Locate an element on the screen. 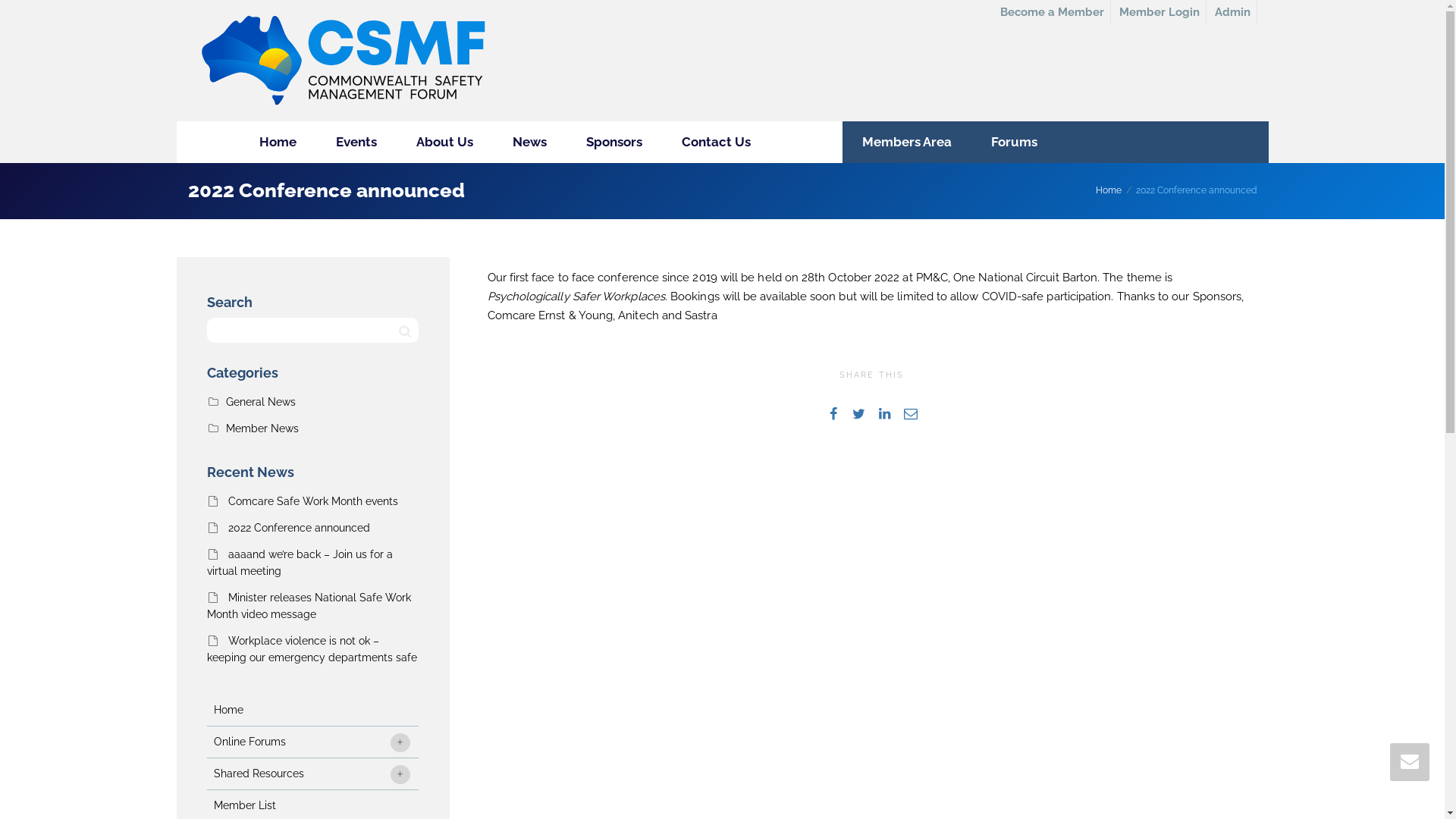 The height and width of the screenshot is (819, 1456). 'Member Login' is located at coordinates (1159, 12).